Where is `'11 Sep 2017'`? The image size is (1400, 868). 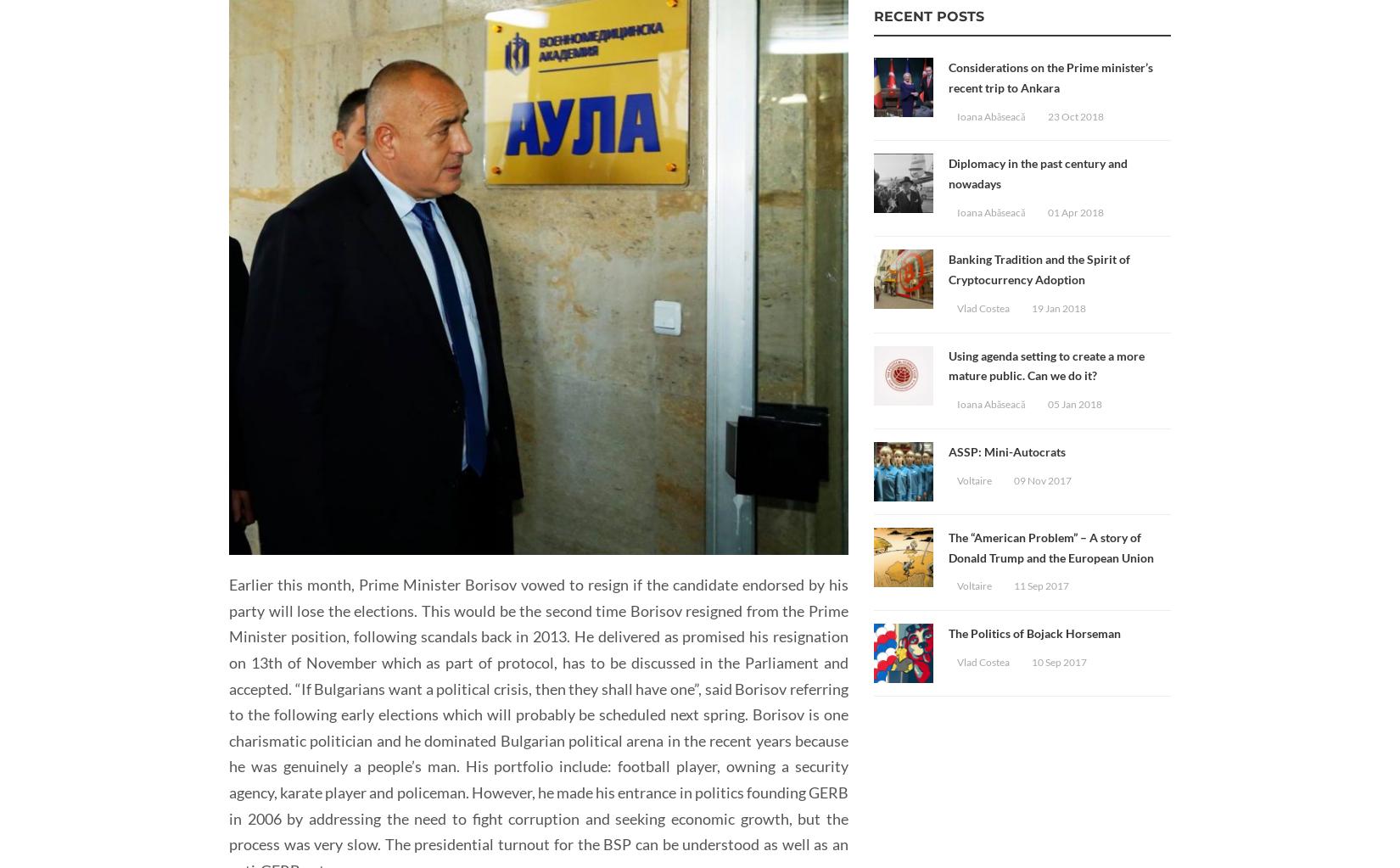
'11 Sep 2017' is located at coordinates (1041, 585).